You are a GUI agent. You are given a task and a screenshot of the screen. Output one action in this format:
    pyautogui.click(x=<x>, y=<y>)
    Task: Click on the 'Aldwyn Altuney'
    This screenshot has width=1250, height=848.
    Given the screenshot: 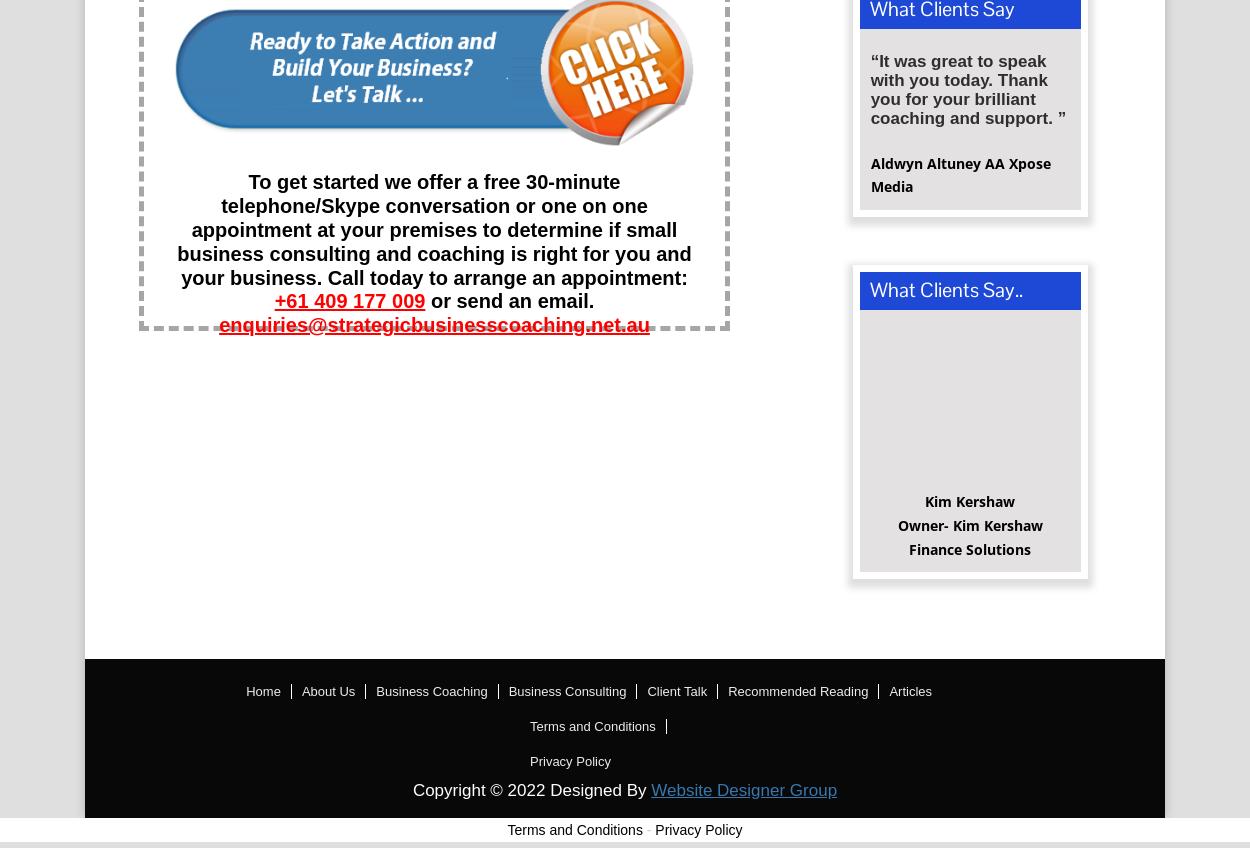 What is the action you would take?
    pyautogui.click(x=927, y=169)
    